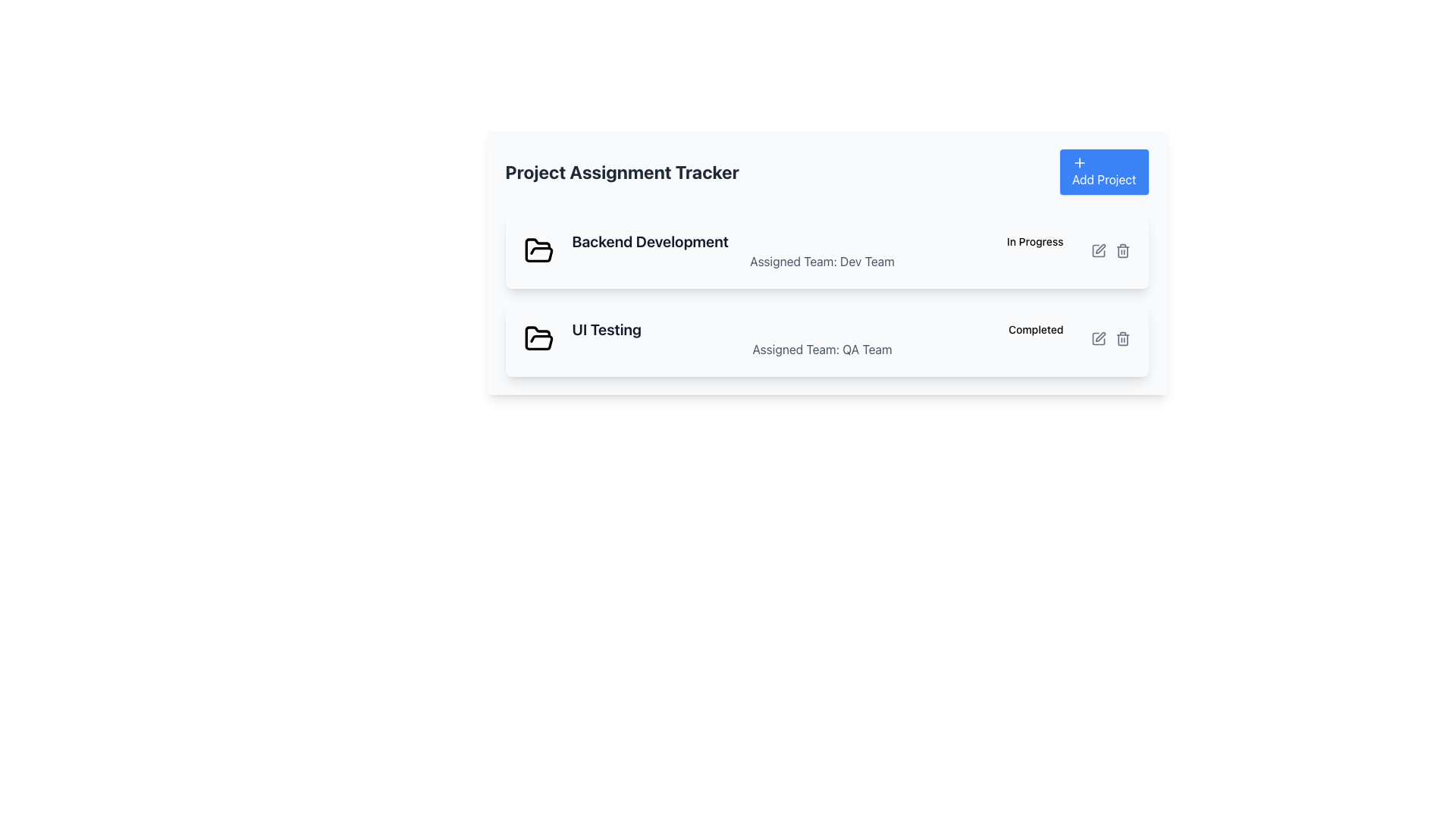 This screenshot has height=819, width=1456. Describe the element at coordinates (826, 250) in the screenshot. I see `information displayed on the 'Backend Development' status card, which is the first item in a vertical list of project cards` at that location.